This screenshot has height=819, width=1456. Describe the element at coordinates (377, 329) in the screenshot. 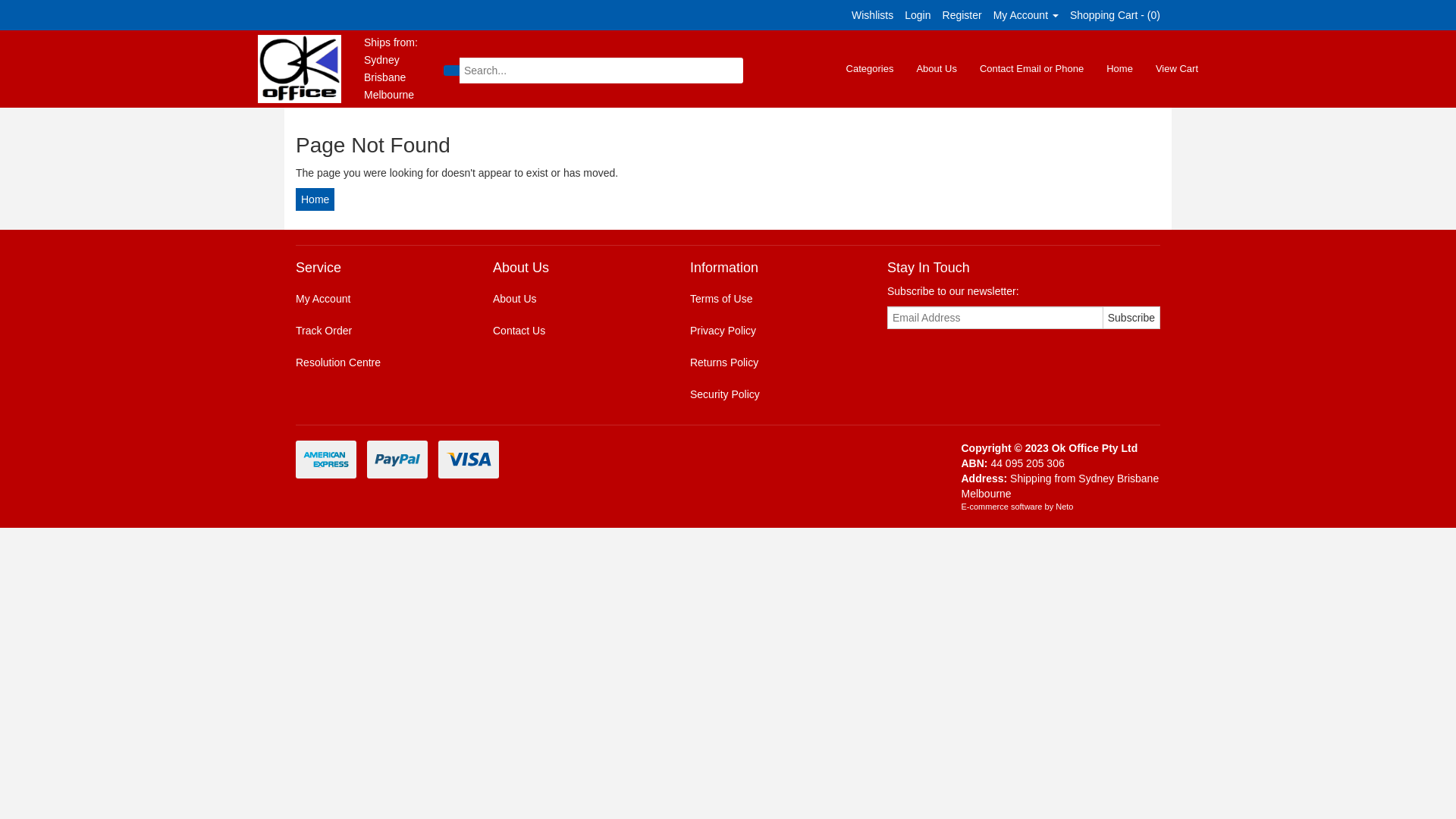

I see `'Track Order'` at that location.